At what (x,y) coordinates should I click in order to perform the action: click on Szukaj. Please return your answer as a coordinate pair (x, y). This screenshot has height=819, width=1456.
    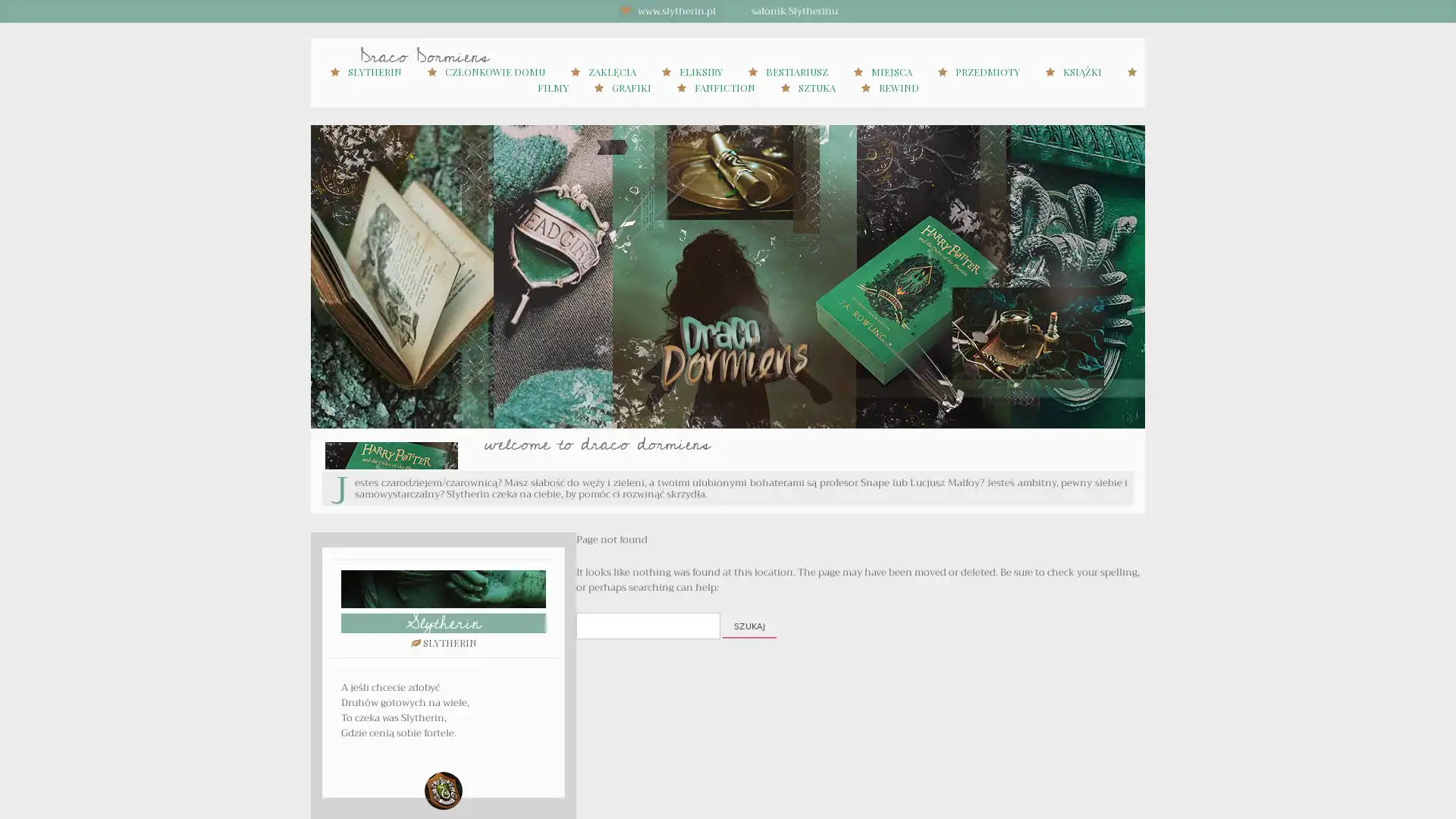
    Looking at the image, I should click on (749, 626).